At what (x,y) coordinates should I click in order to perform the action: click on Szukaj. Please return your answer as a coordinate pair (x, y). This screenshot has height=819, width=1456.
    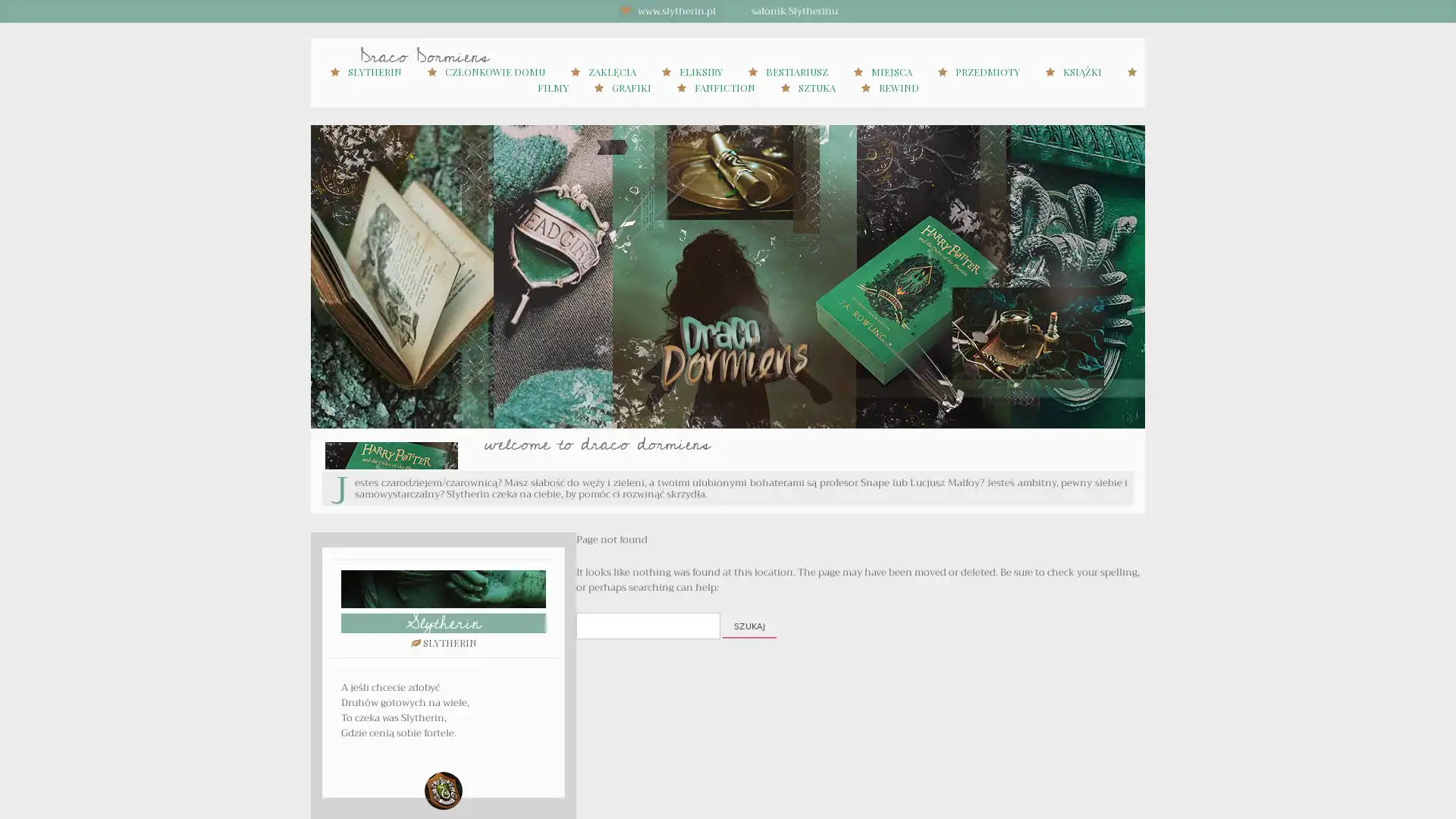
    Looking at the image, I should click on (749, 626).